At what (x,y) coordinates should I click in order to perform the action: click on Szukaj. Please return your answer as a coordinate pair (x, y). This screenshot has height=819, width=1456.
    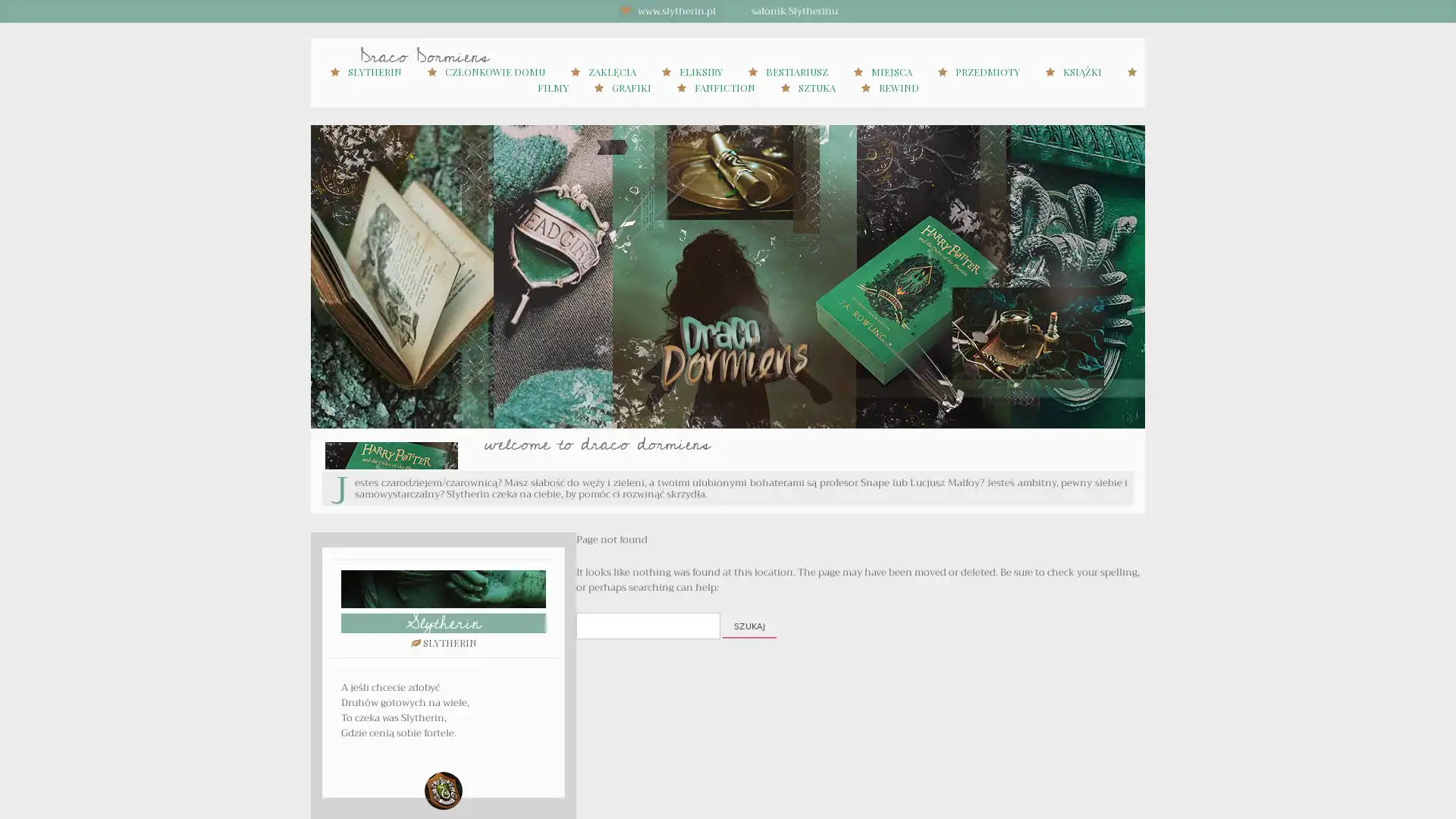
    Looking at the image, I should click on (749, 626).